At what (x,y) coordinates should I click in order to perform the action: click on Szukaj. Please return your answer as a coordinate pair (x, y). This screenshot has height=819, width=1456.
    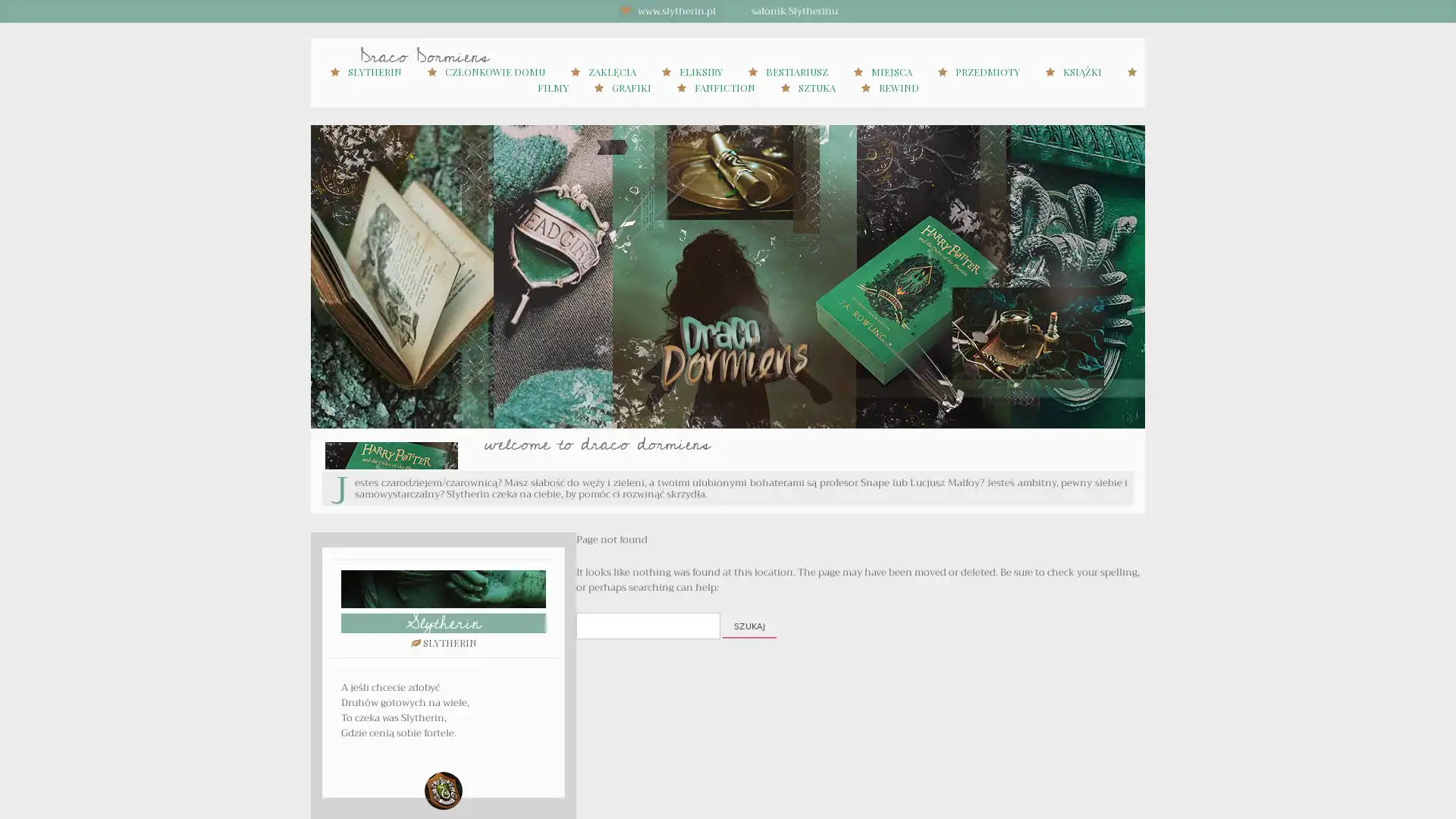
    Looking at the image, I should click on (749, 626).